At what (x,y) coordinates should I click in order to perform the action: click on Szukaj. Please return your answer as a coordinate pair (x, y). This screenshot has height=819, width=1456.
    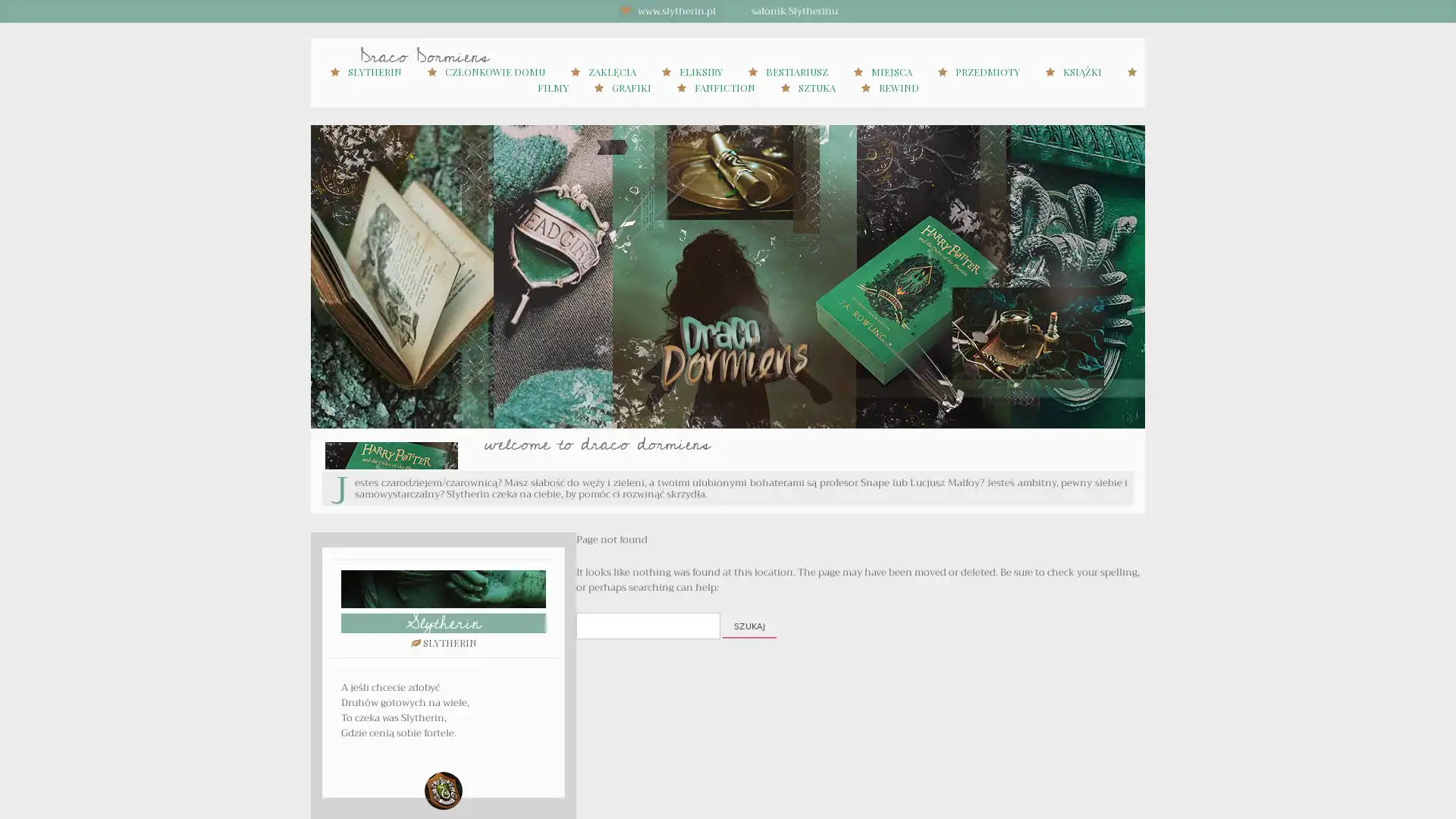
    Looking at the image, I should click on (749, 626).